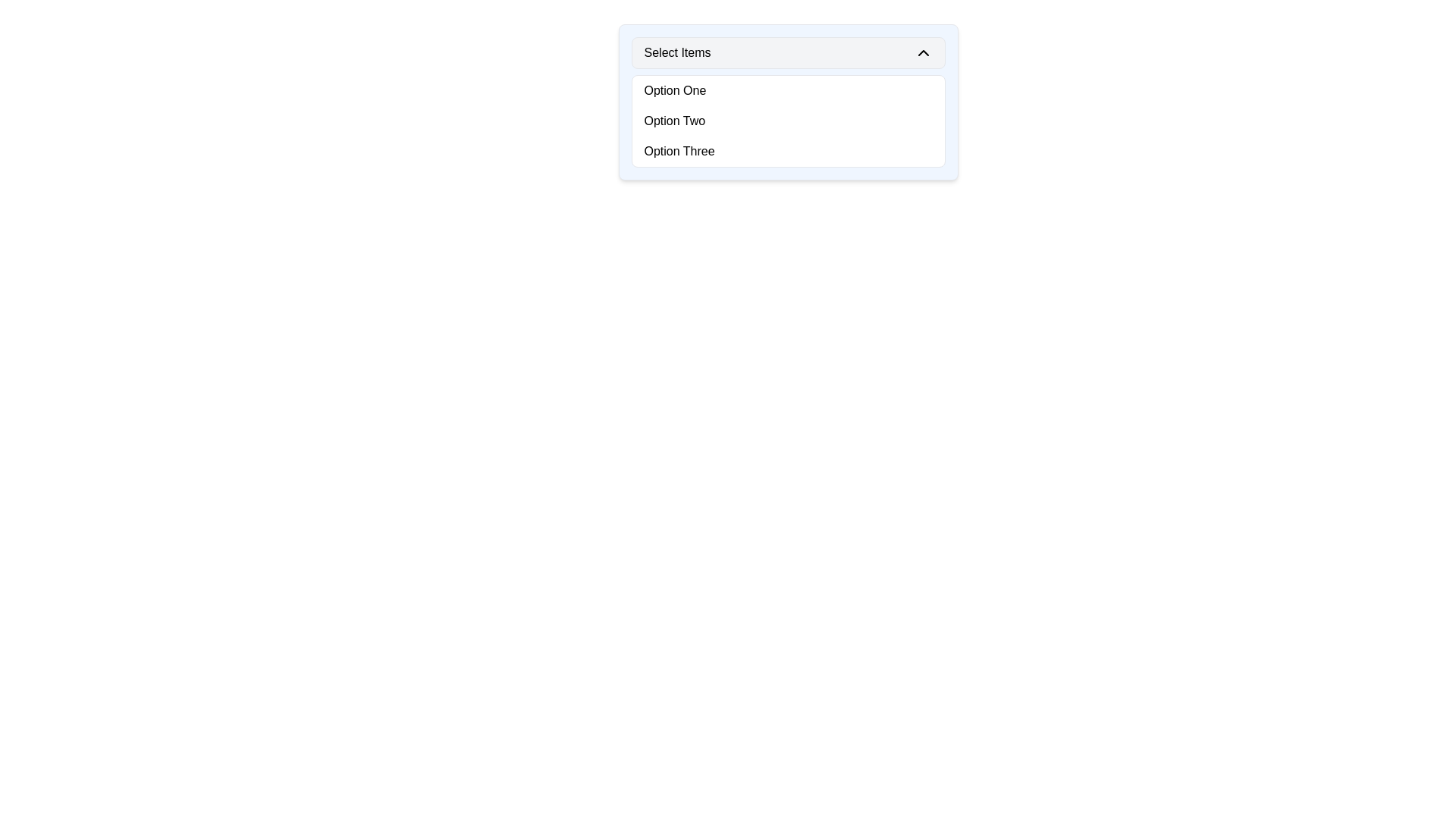  Describe the element at coordinates (788, 120) in the screenshot. I see `the option in the dropdown menu` at that location.